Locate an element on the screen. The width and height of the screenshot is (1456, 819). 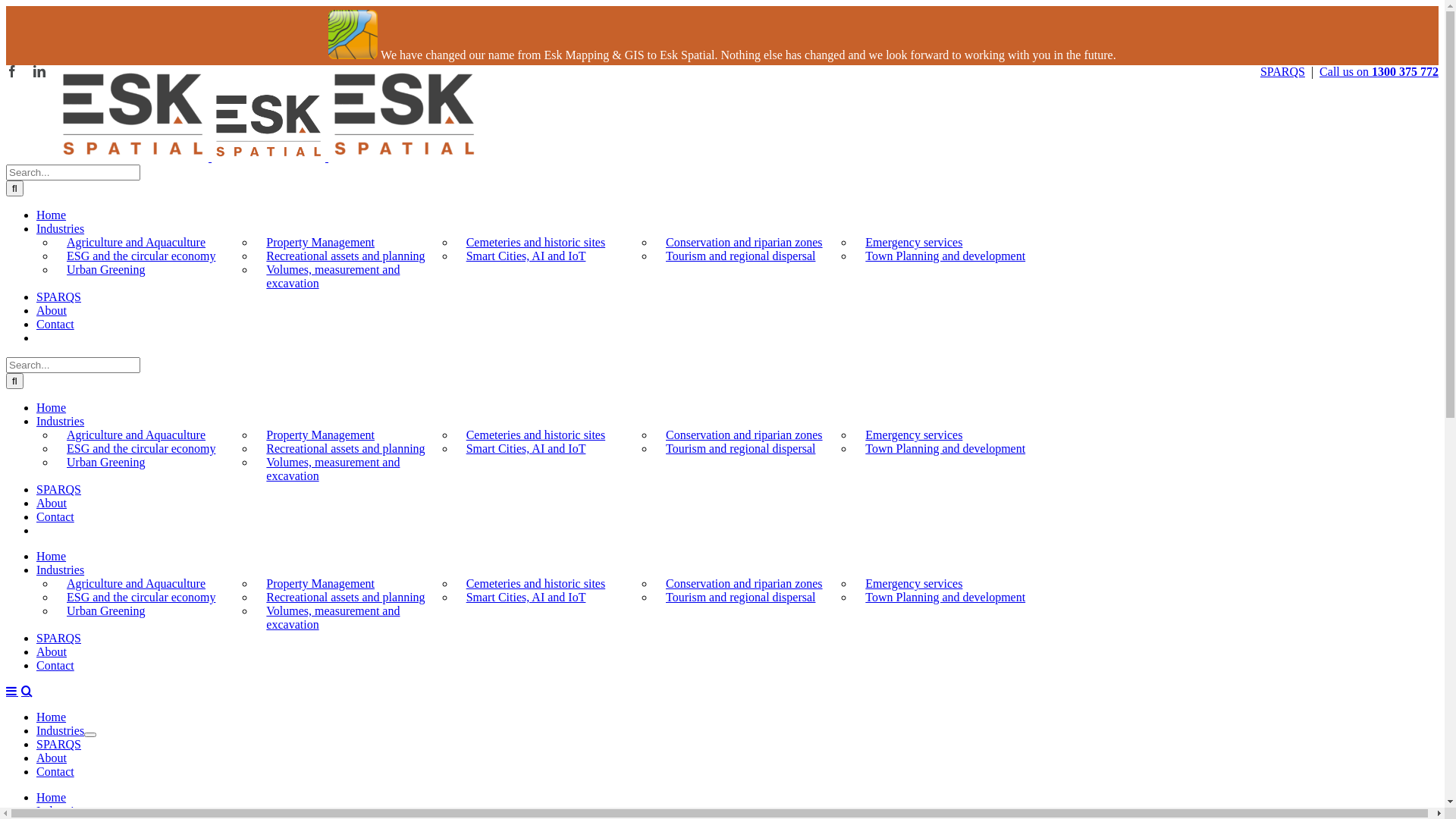
'Recreational assets and planning' is located at coordinates (344, 447).